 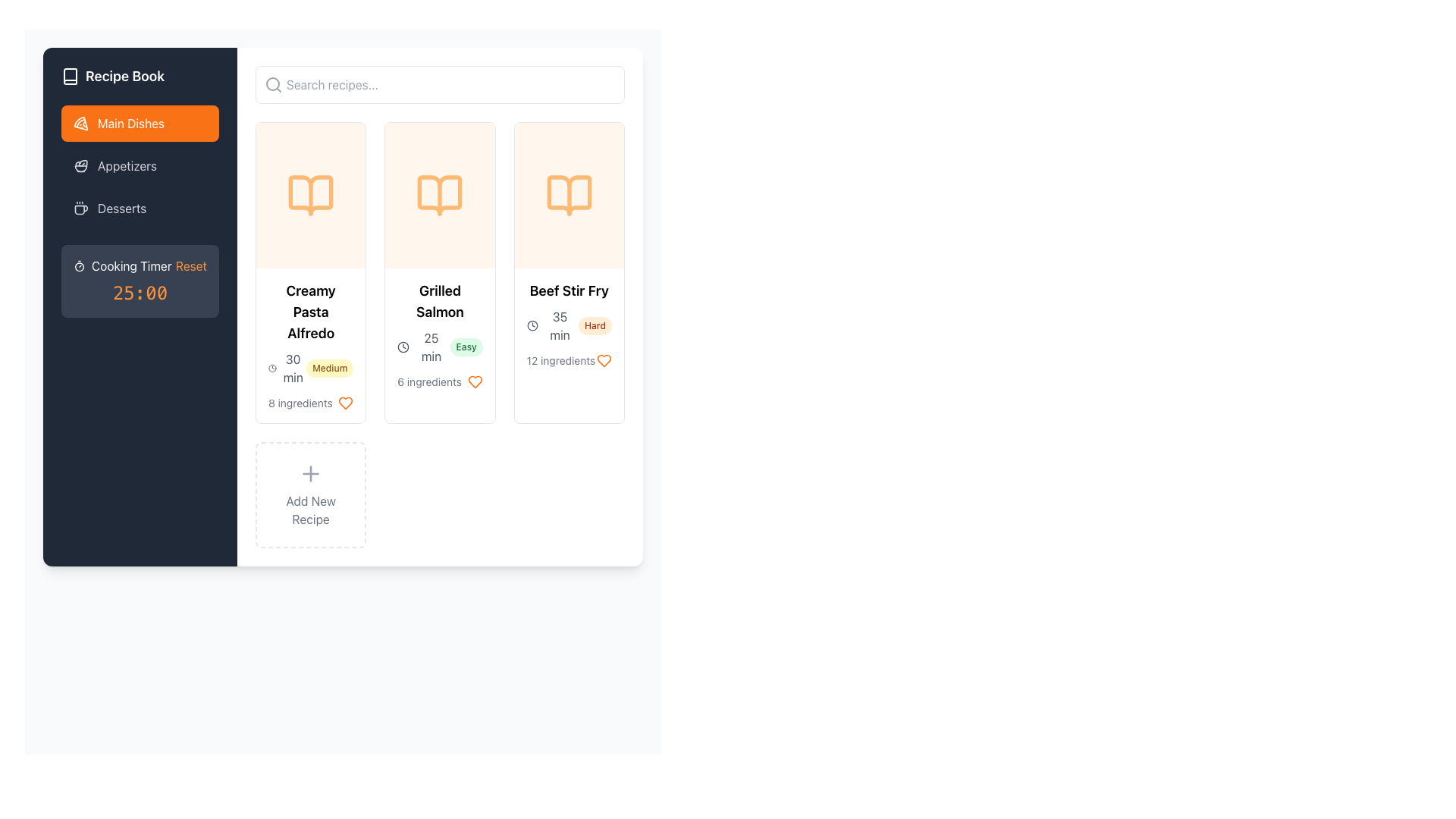 I want to click on the text label reading '12 ingredients' styled with a small sans-serif font and gray color, located at the bottom left of the 'Beef Stir Fry' recipe card, so click(x=560, y=360).